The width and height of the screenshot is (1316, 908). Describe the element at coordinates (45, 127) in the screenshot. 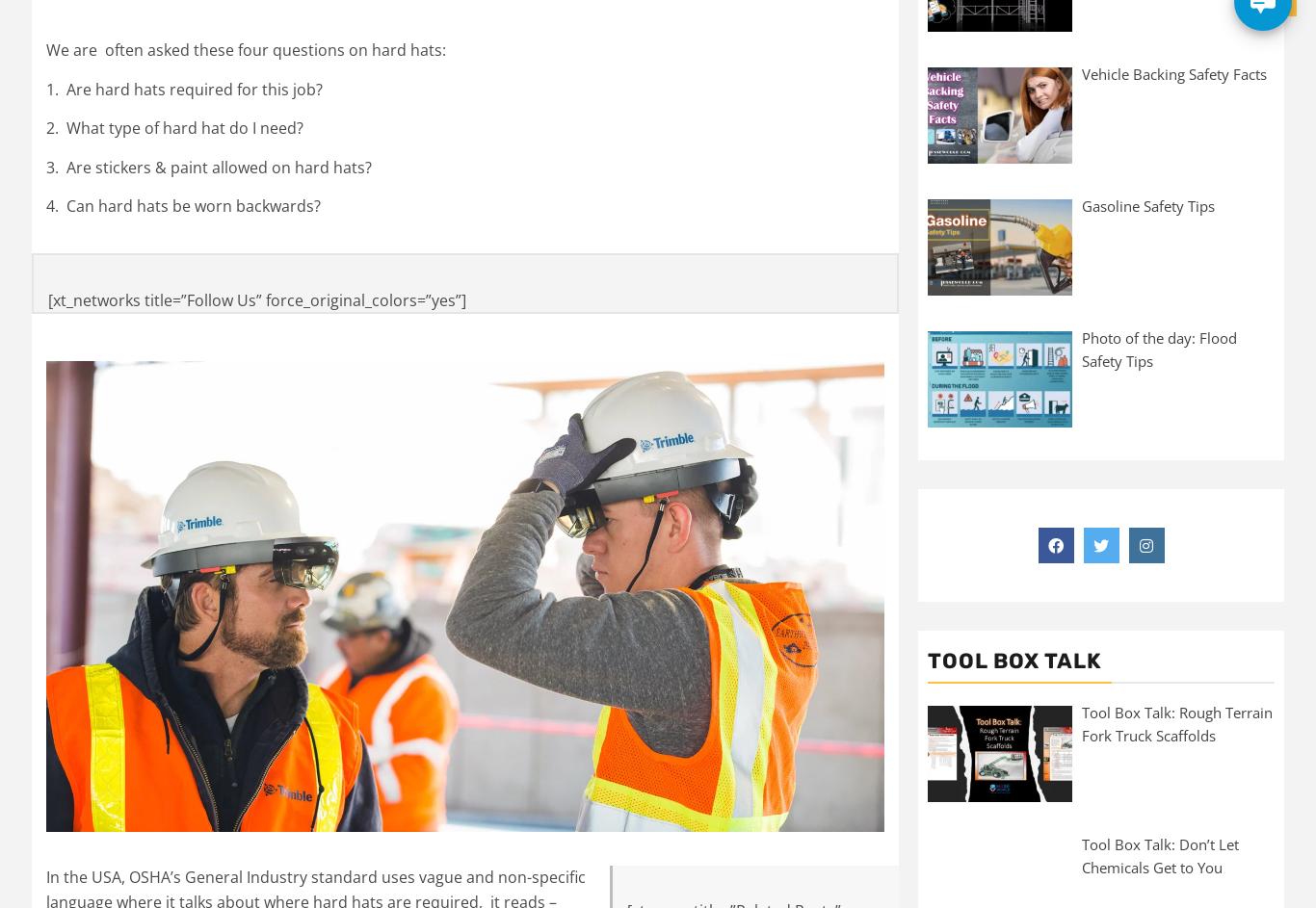

I see `'2.  What type of hard hat do I need?'` at that location.